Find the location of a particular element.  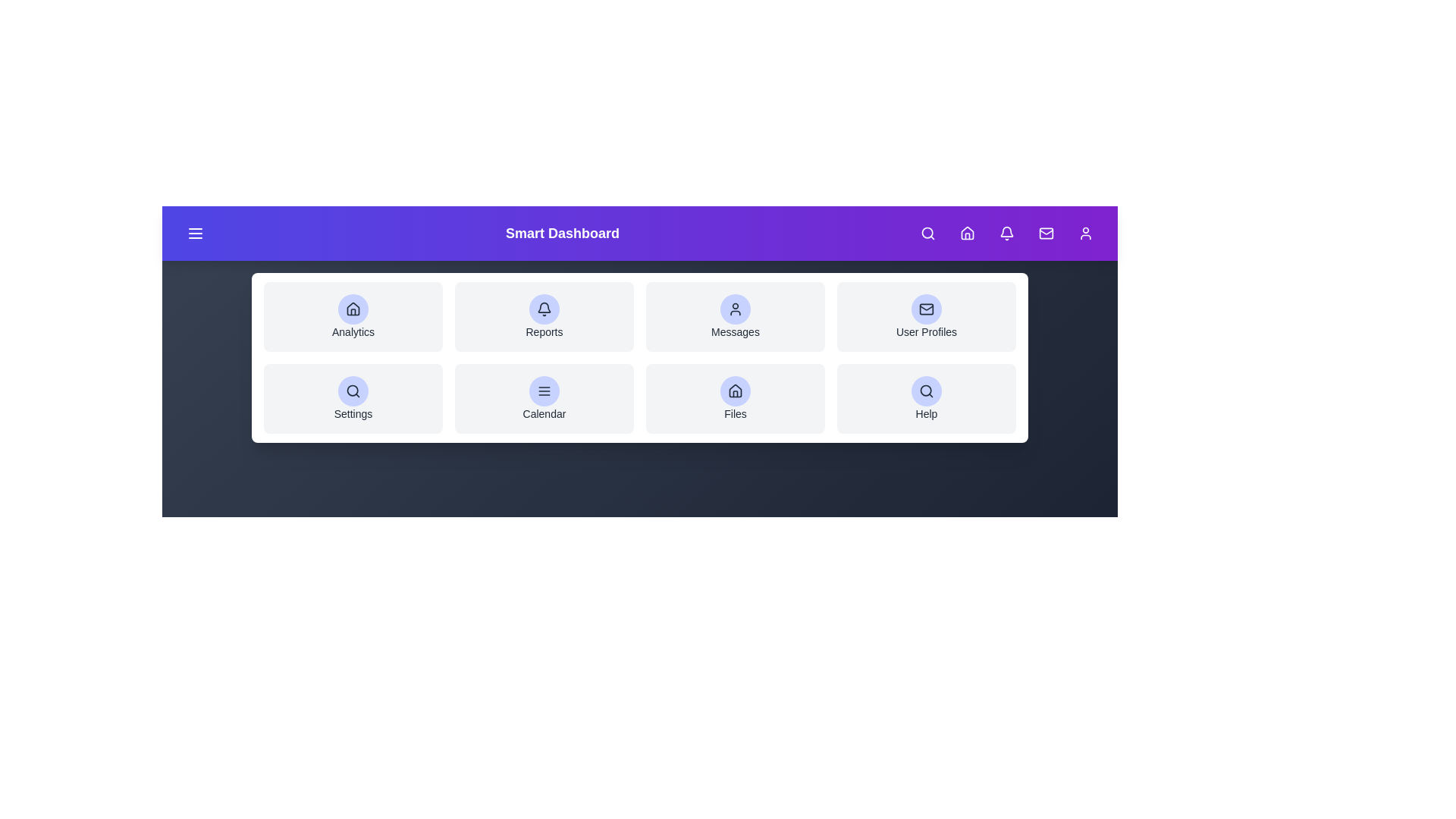

the grid item labeled Settings is located at coordinates (352, 397).